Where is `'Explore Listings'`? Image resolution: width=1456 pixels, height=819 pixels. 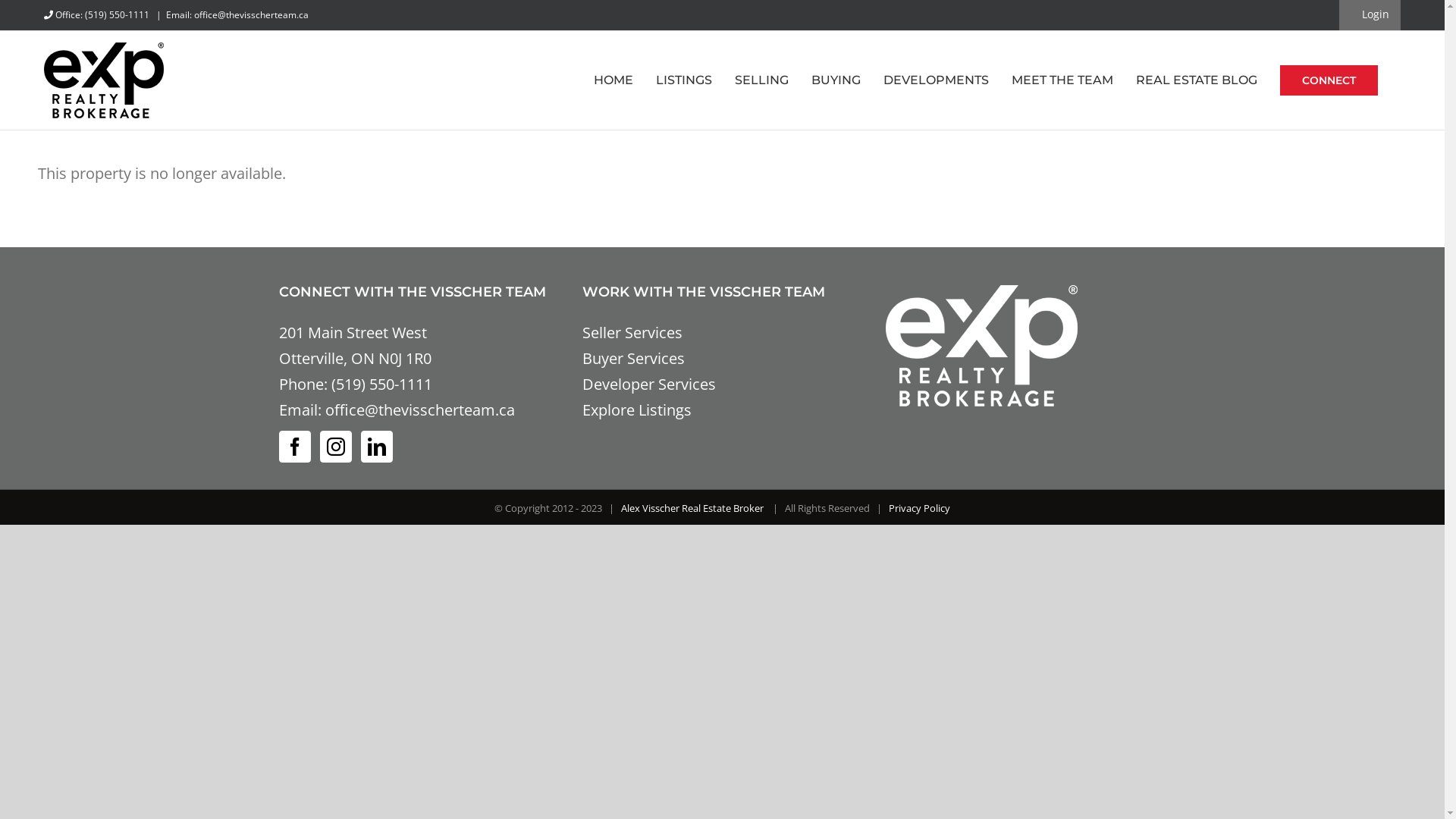 'Explore Listings' is located at coordinates (582, 409).